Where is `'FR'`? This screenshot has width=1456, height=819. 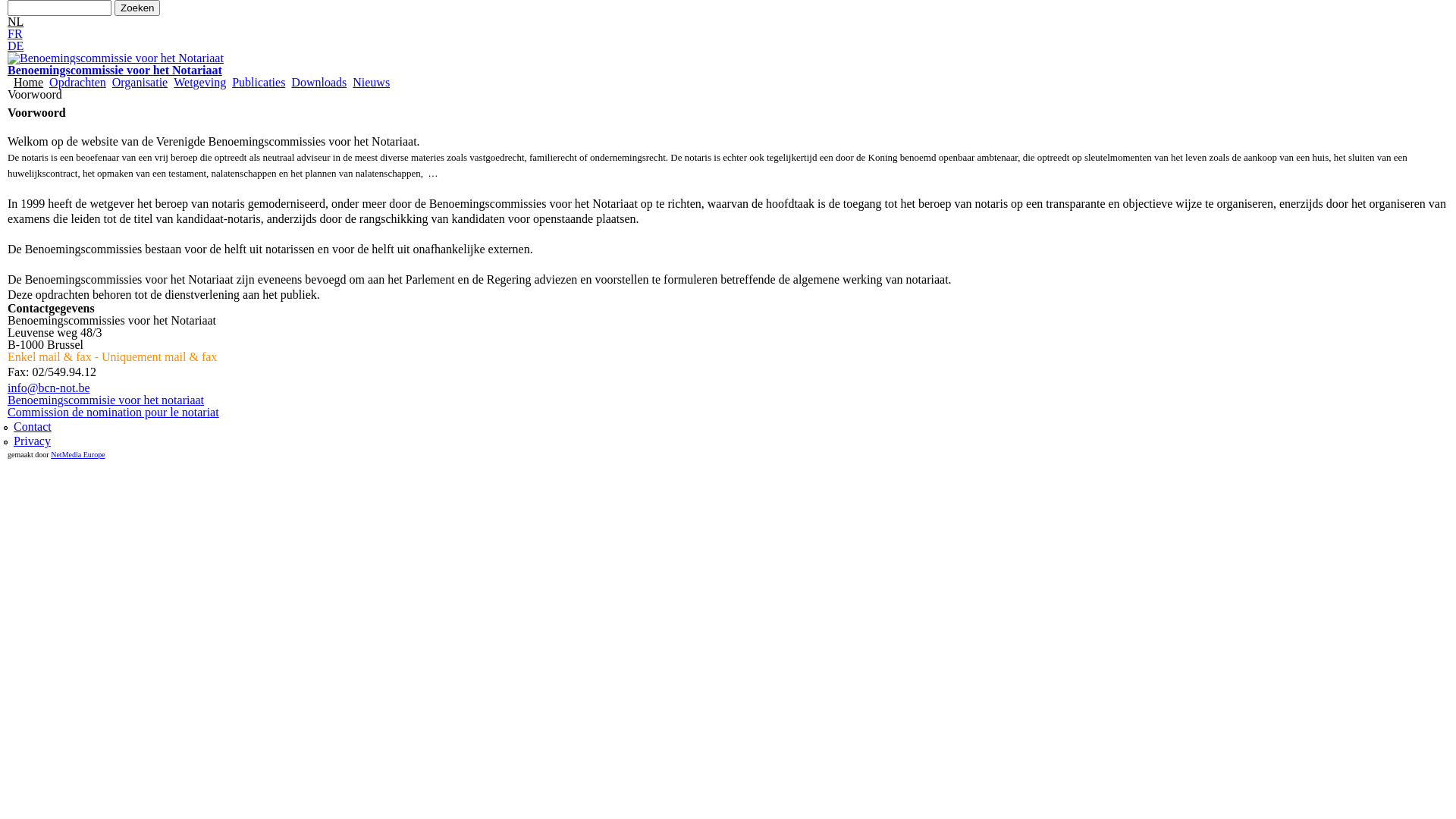
'FR' is located at coordinates (14, 33).